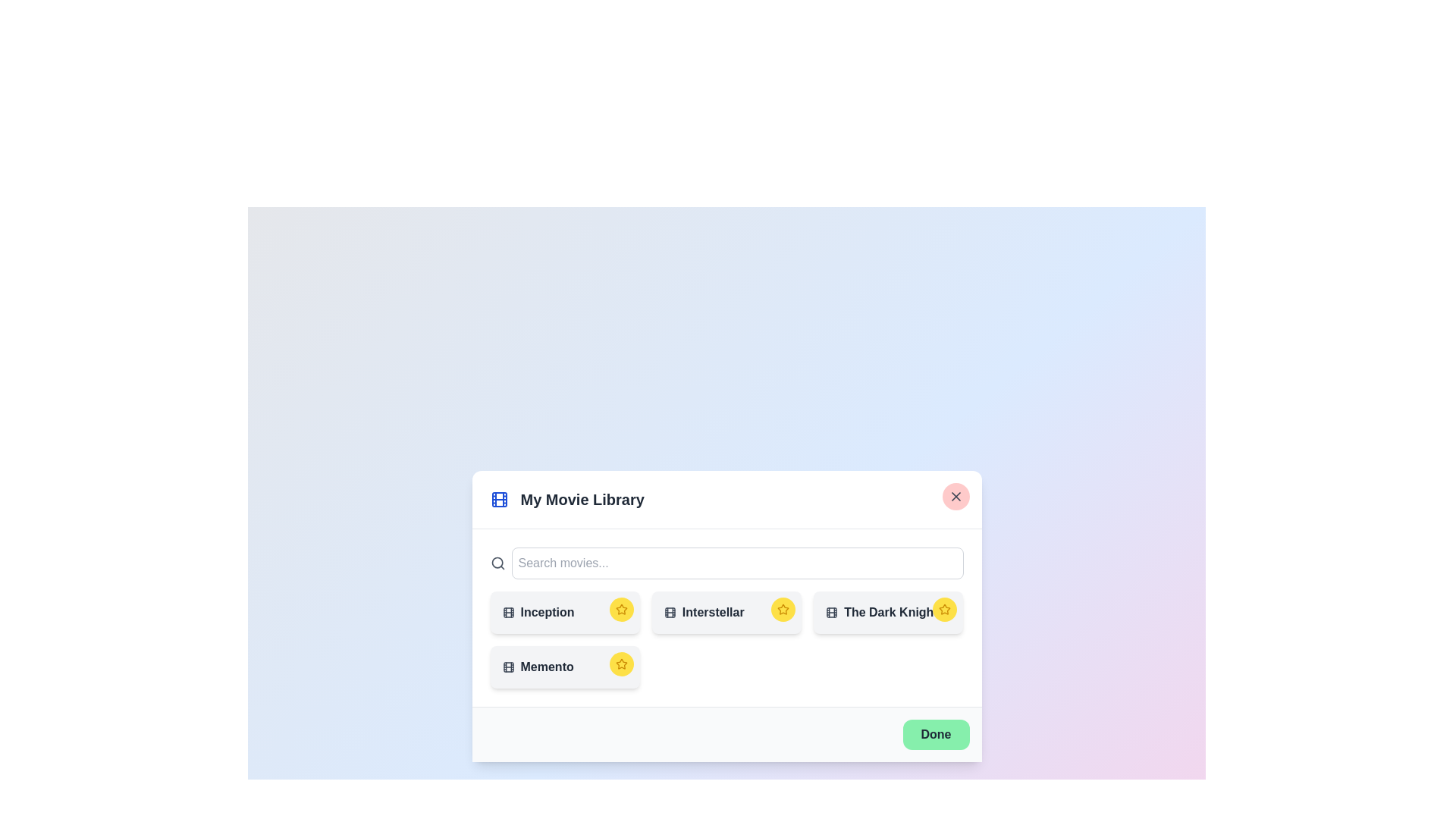 The height and width of the screenshot is (819, 1456). Describe the element at coordinates (726, 500) in the screenshot. I see `the heading text indicating the movie library in the modal dialog for reading` at that location.